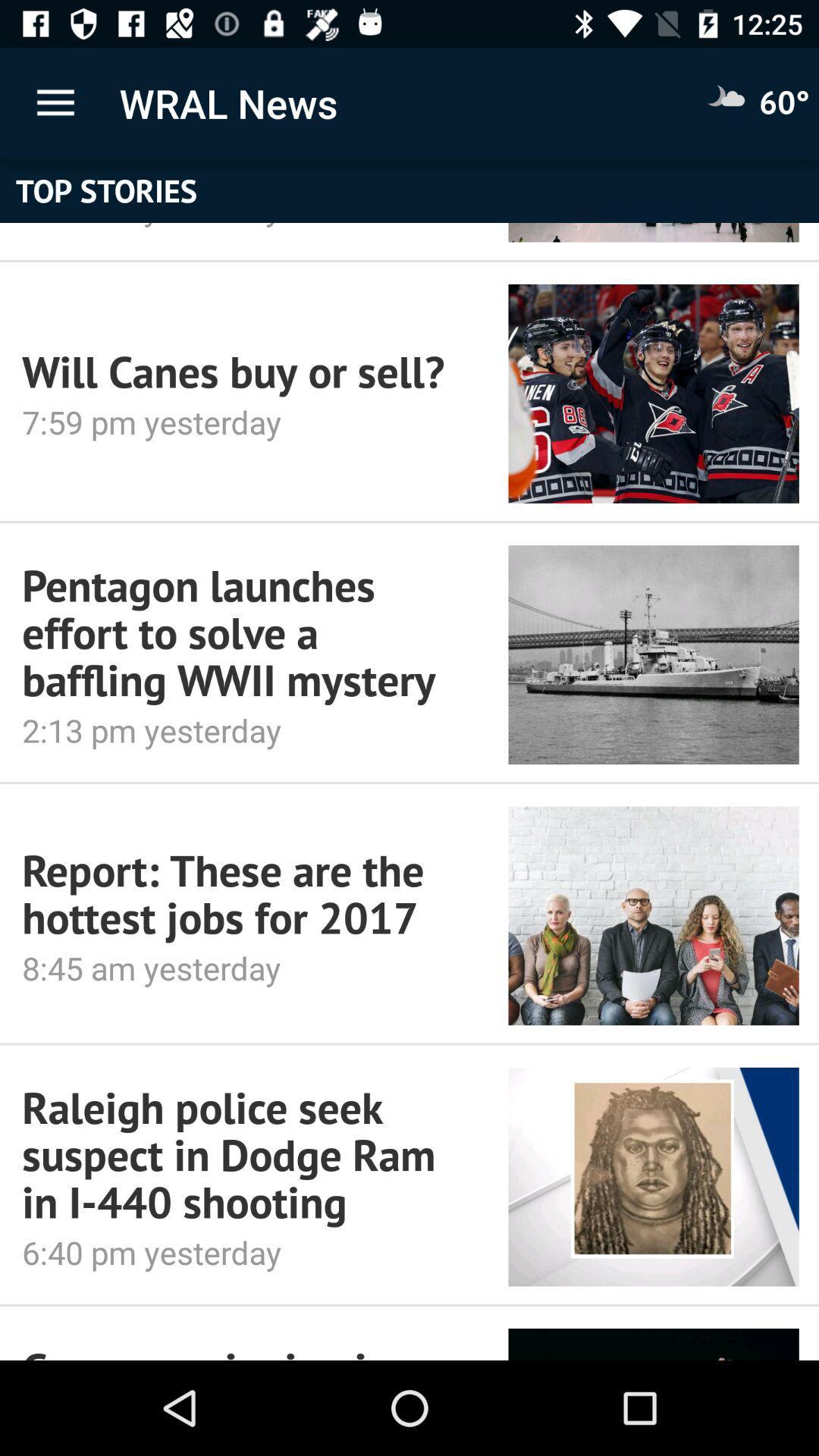 The height and width of the screenshot is (1456, 819). I want to click on the 8 45 am, so click(243, 967).